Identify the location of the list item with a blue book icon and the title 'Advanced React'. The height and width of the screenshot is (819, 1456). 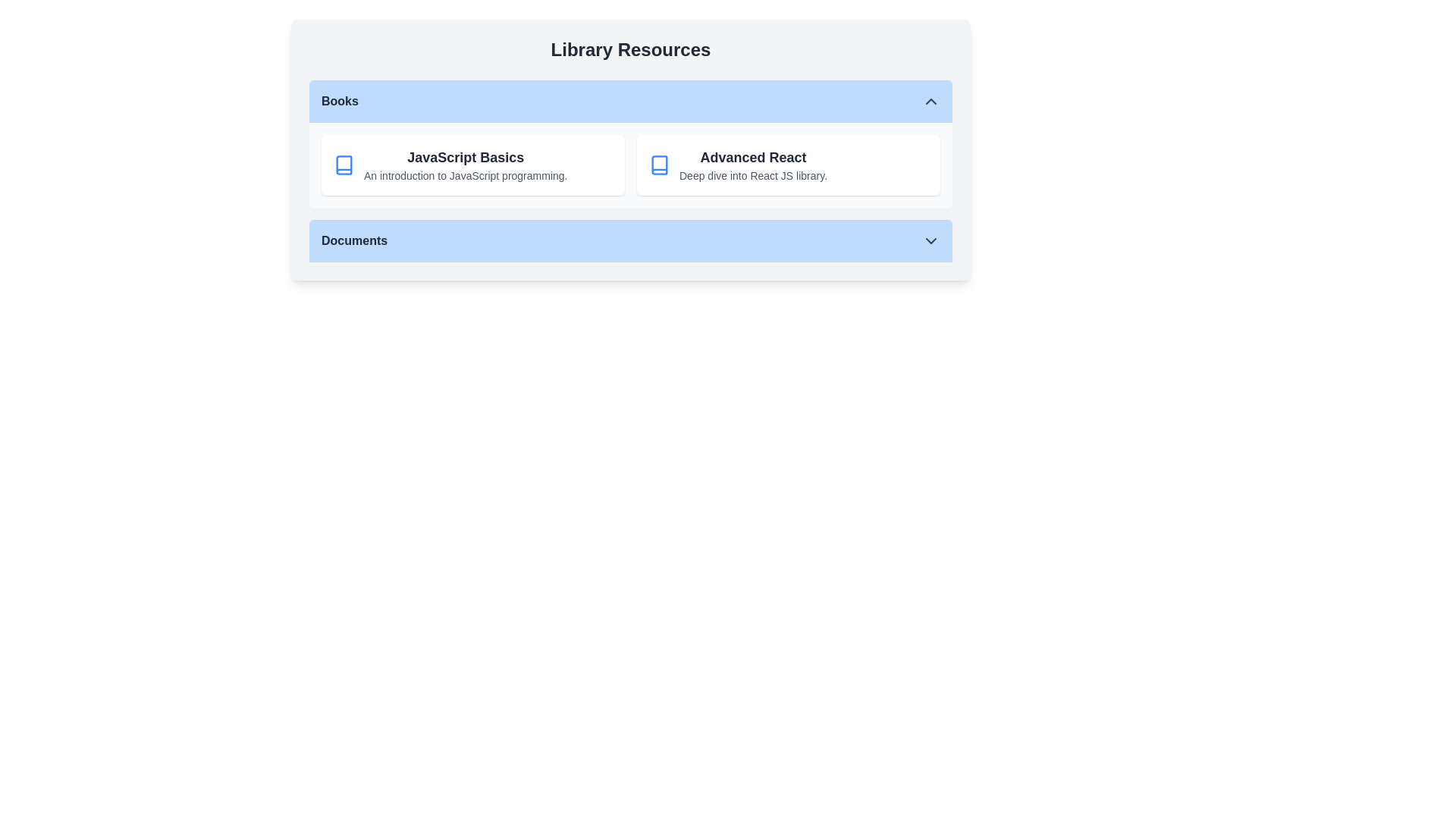
(789, 165).